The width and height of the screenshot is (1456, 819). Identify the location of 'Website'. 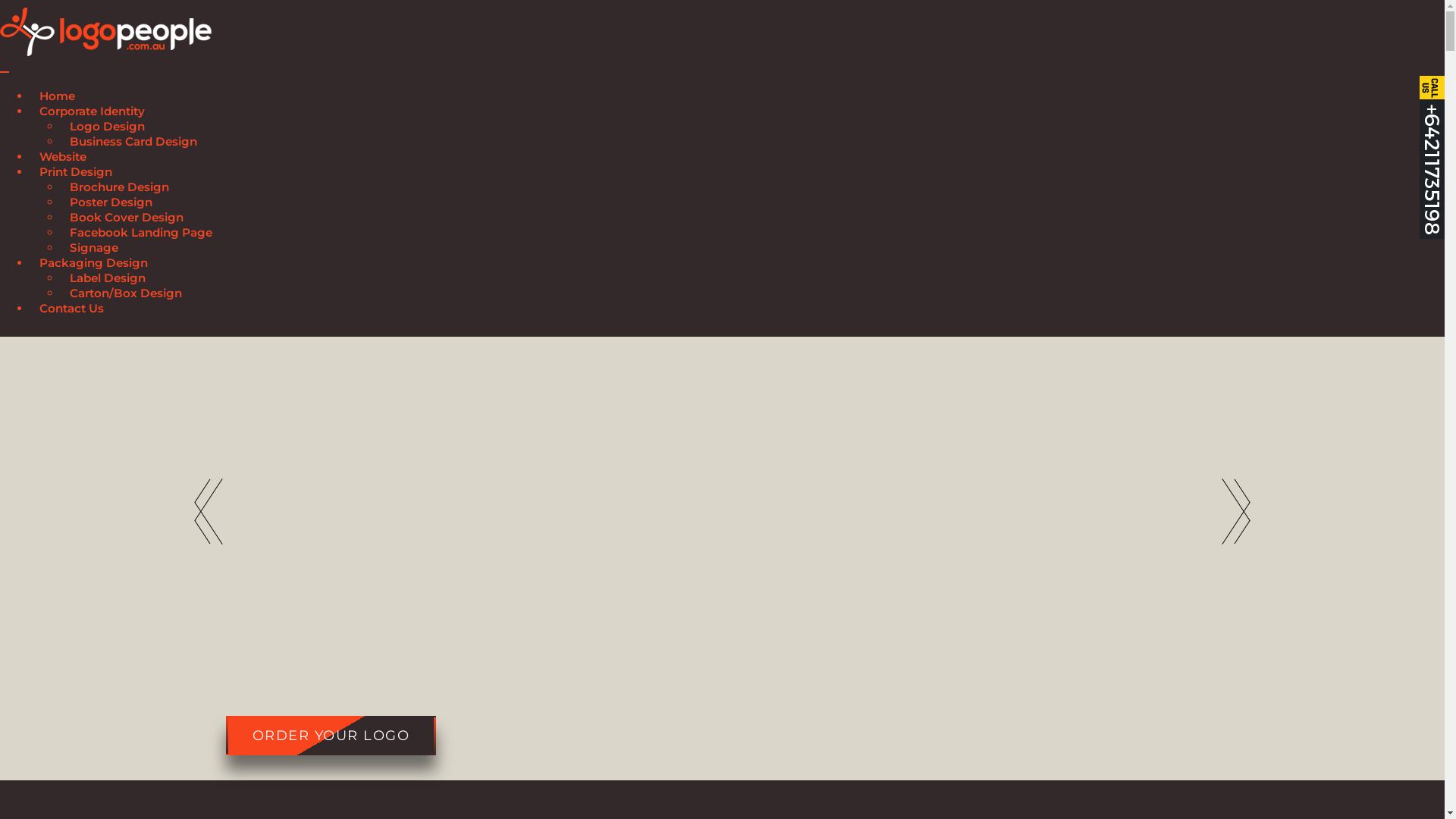
(30, 158).